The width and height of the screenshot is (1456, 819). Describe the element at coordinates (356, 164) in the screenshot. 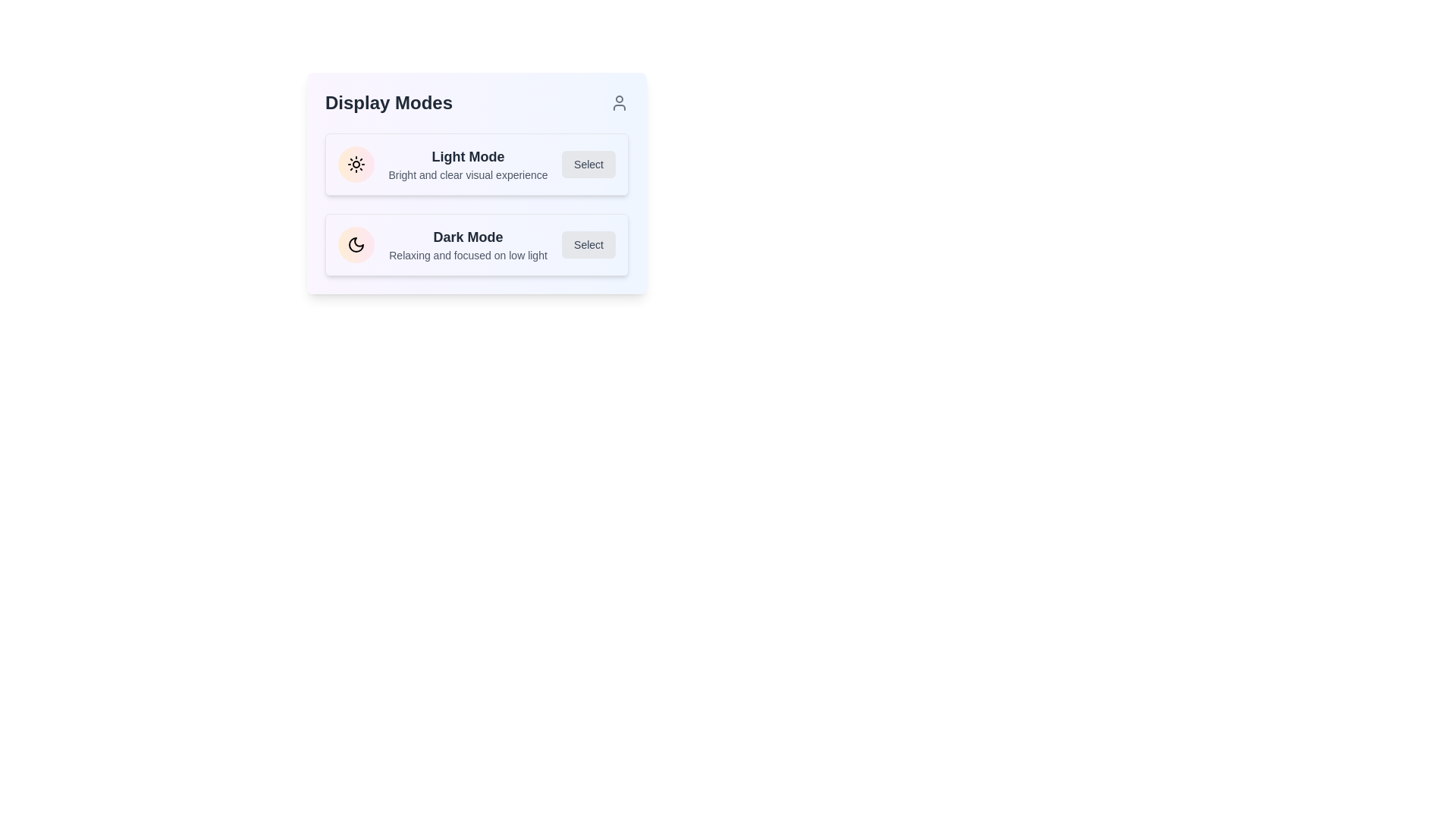

I see `the sun icon in the top-left of the 'Display Modes' modal, which represents the Light Mode option` at that location.